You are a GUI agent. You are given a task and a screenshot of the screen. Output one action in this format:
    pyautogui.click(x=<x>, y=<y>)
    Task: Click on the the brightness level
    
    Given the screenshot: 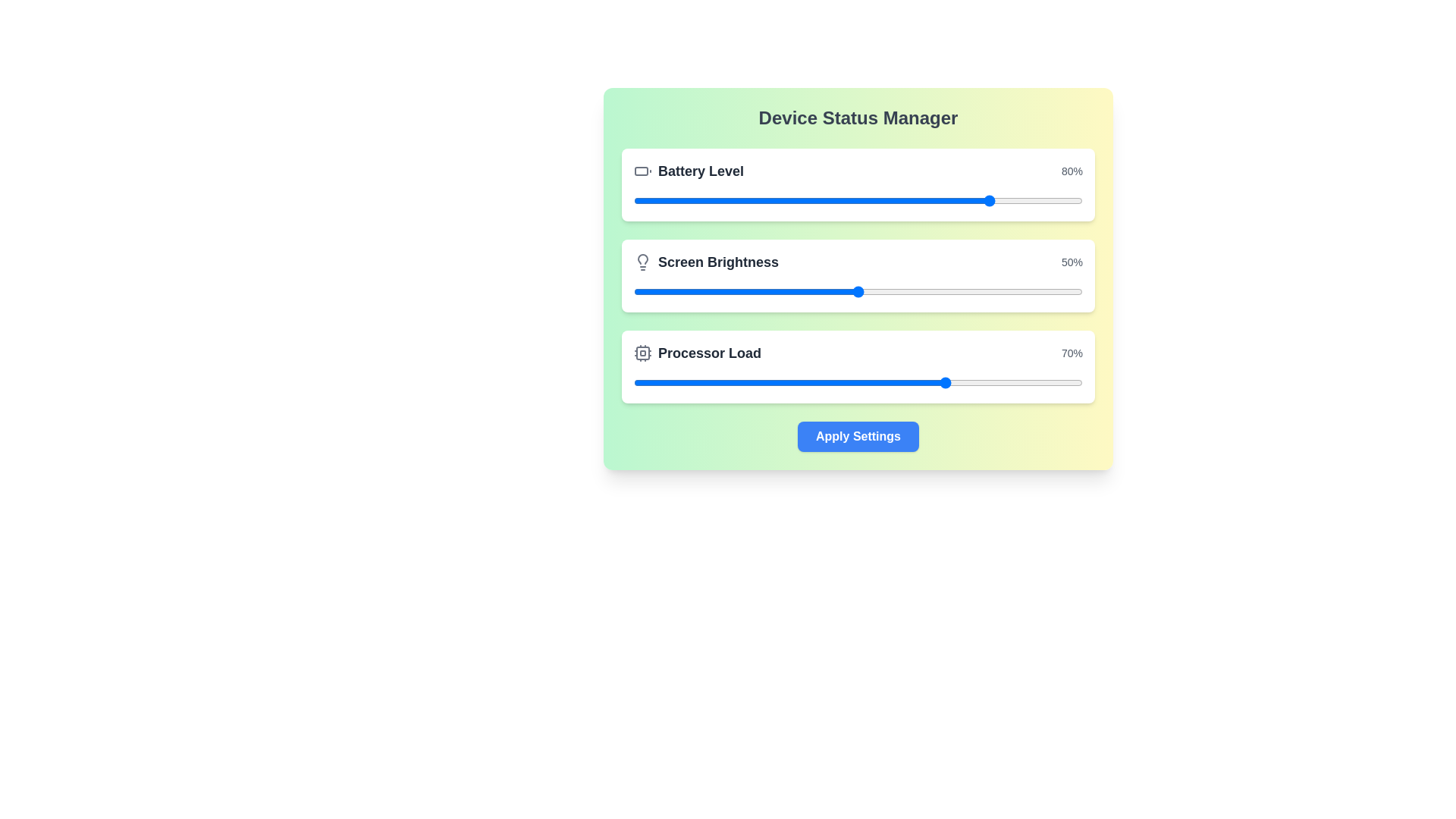 What is the action you would take?
    pyautogui.click(x=691, y=292)
    